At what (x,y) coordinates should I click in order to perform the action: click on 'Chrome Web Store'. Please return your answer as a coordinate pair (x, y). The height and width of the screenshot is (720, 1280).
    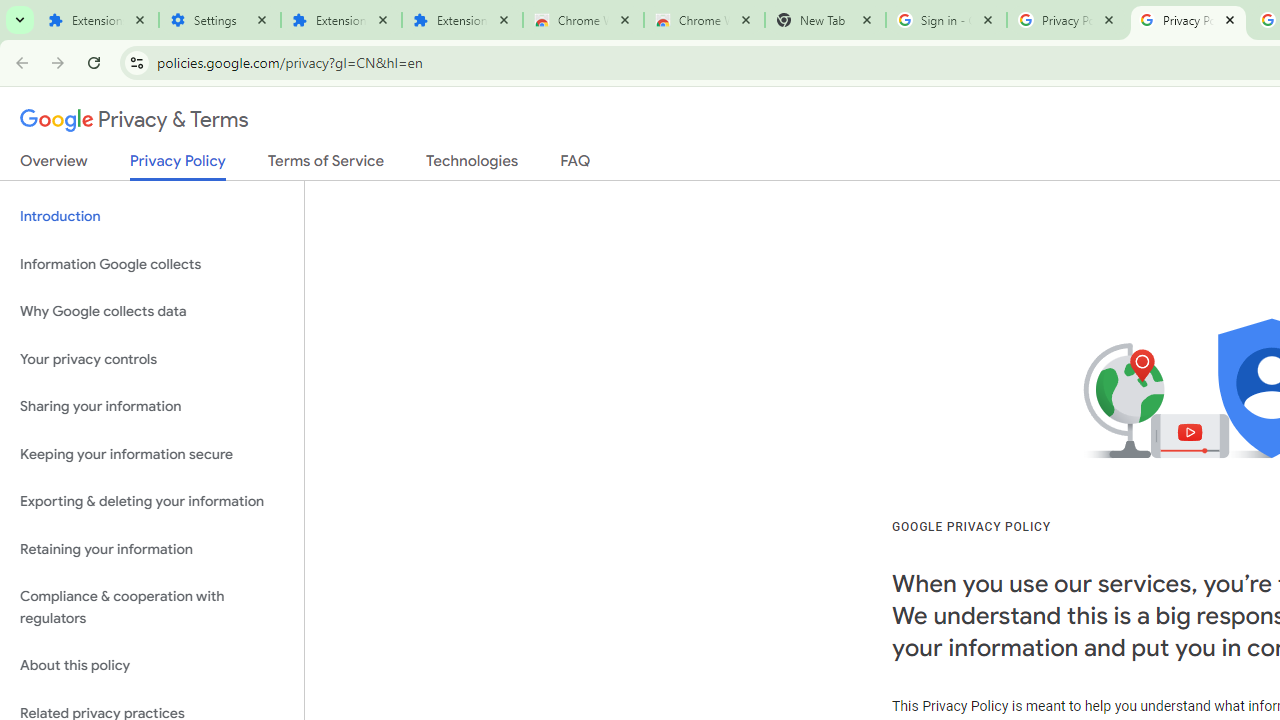
    Looking at the image, I should click on (582, 20).